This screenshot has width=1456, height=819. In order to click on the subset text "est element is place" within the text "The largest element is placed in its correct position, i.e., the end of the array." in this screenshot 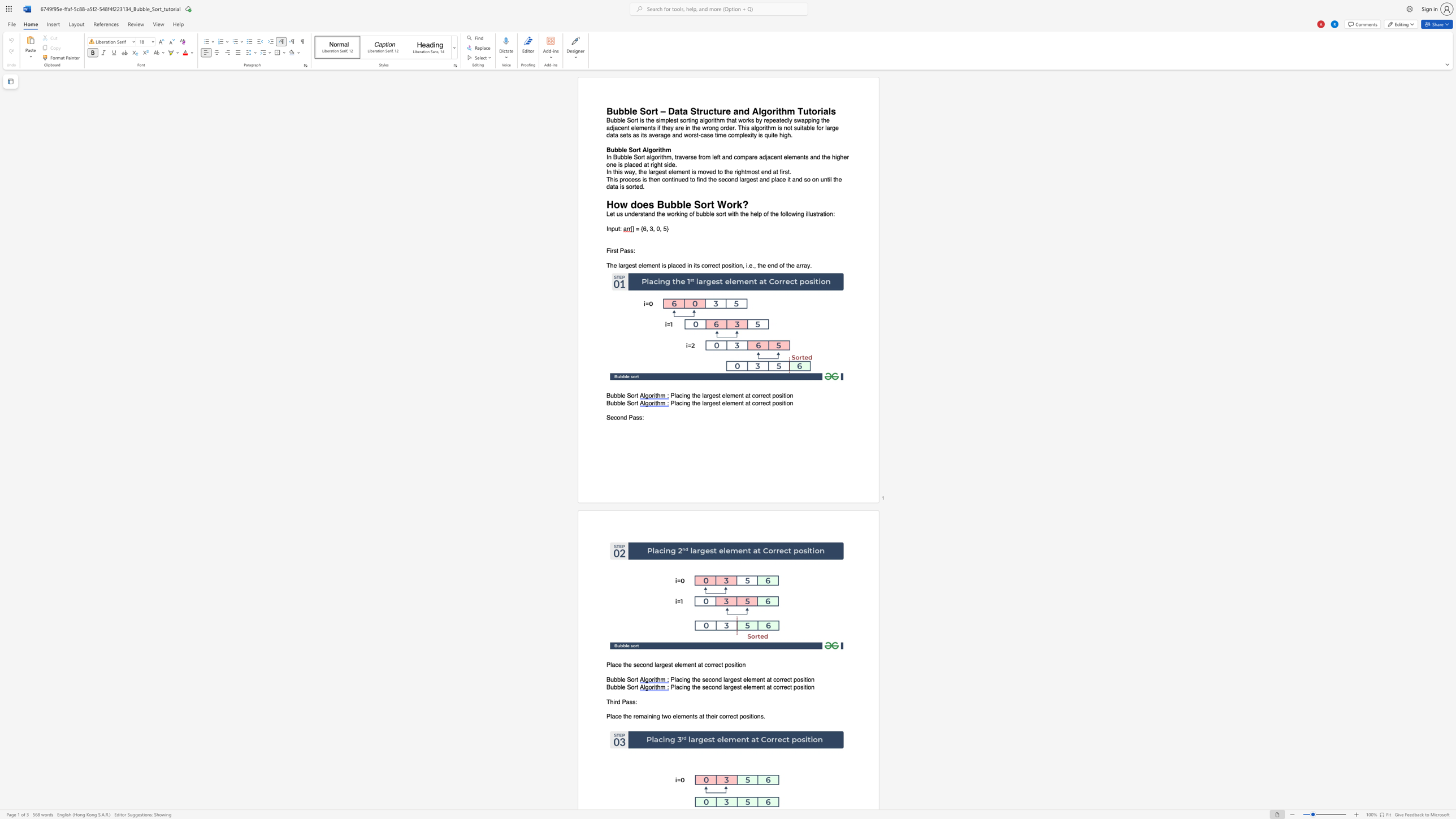, I will do `click(629, 266)`.